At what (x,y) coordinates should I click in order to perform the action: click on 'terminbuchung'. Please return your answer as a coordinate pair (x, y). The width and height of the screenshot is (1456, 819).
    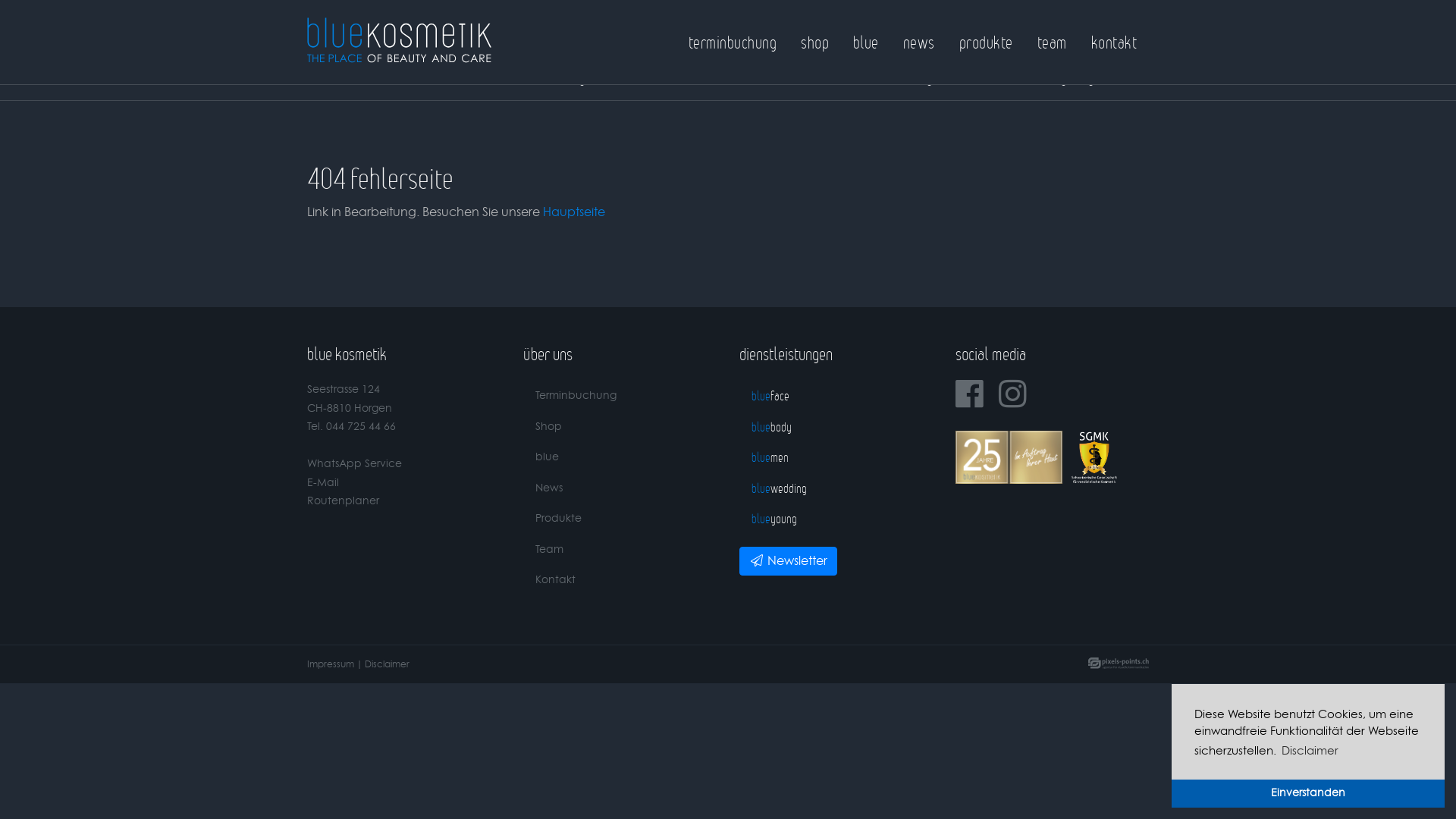
    Looking at the image, I should click on (732, 42).